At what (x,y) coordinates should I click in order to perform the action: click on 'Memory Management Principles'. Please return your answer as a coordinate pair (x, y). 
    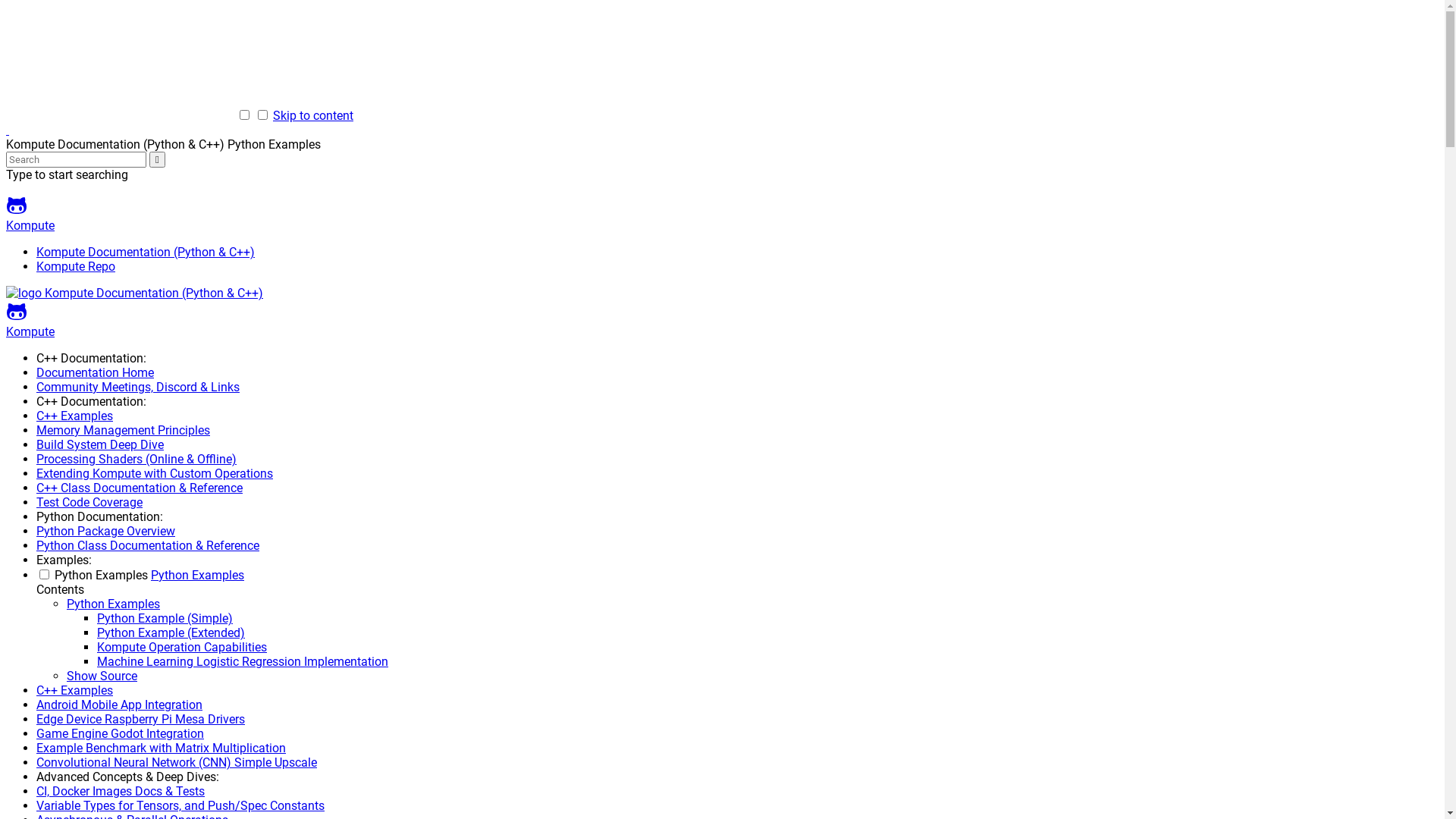
    Looking at the image, I should click on (123, 430).